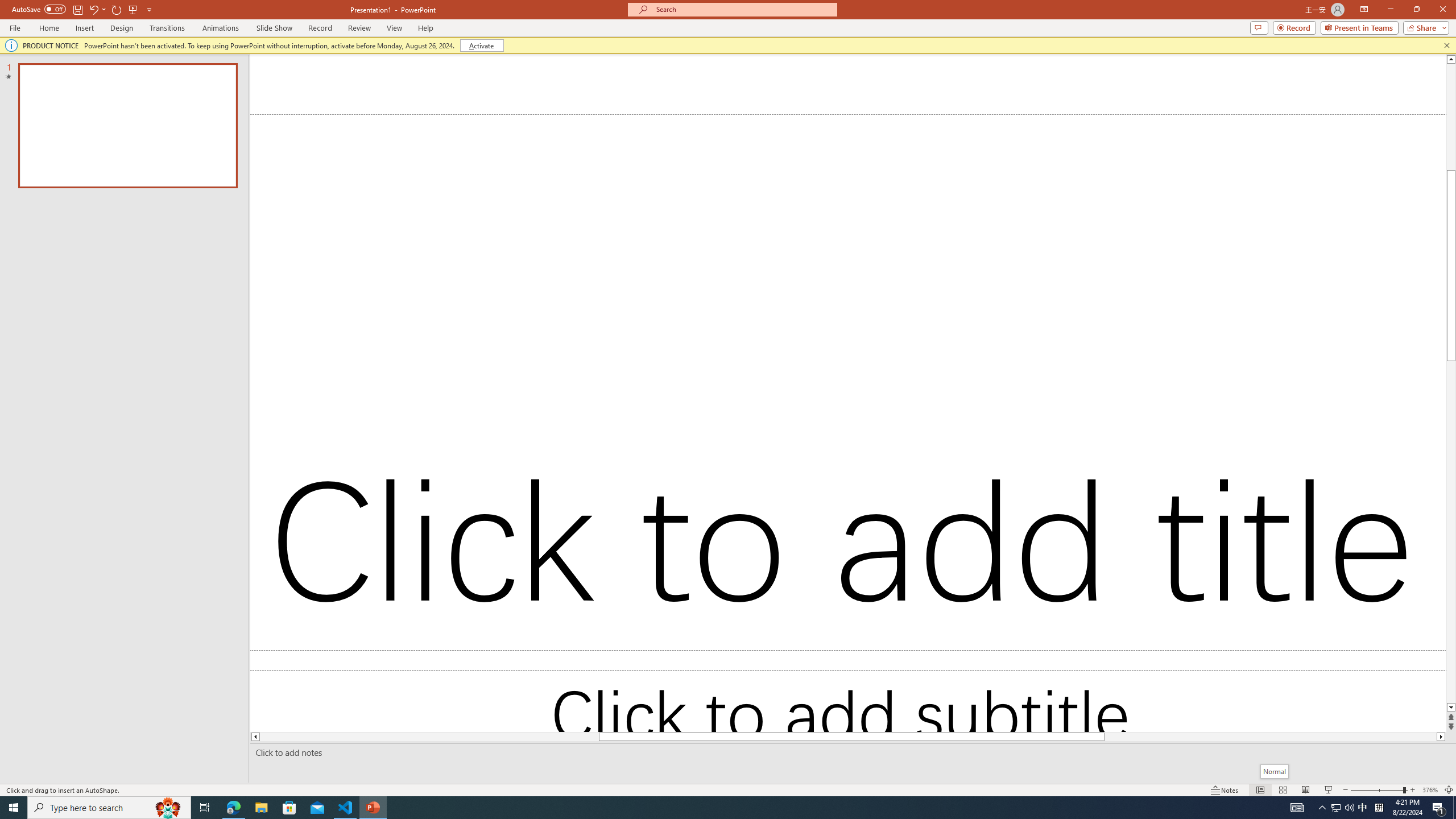  Describe the element at coordinates (482, 44) in the screenshot. I see `'Activate'` at that location.